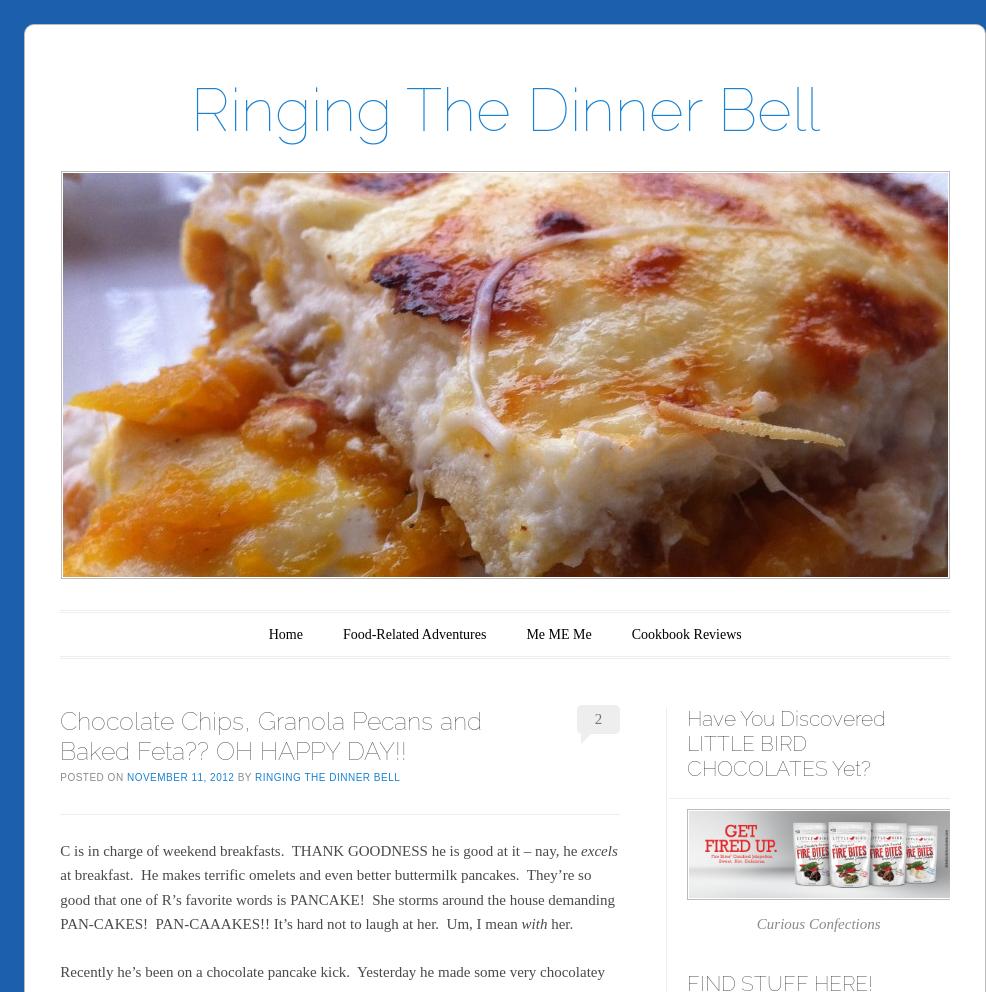  What do you see at coordinates (336, 898) in the screenshot?
I see `'at breakfast.  He makes terrific omelets and even better buttermilk pancakes.  They’re so good that one of R’s favorite words is PANCAKE!  She storms around the house demanding PAN-CAKES!  PAN-CAAAKES!! It’s hard not to laugh at her.  Um, I mean'` at bounding box center [336, 898].